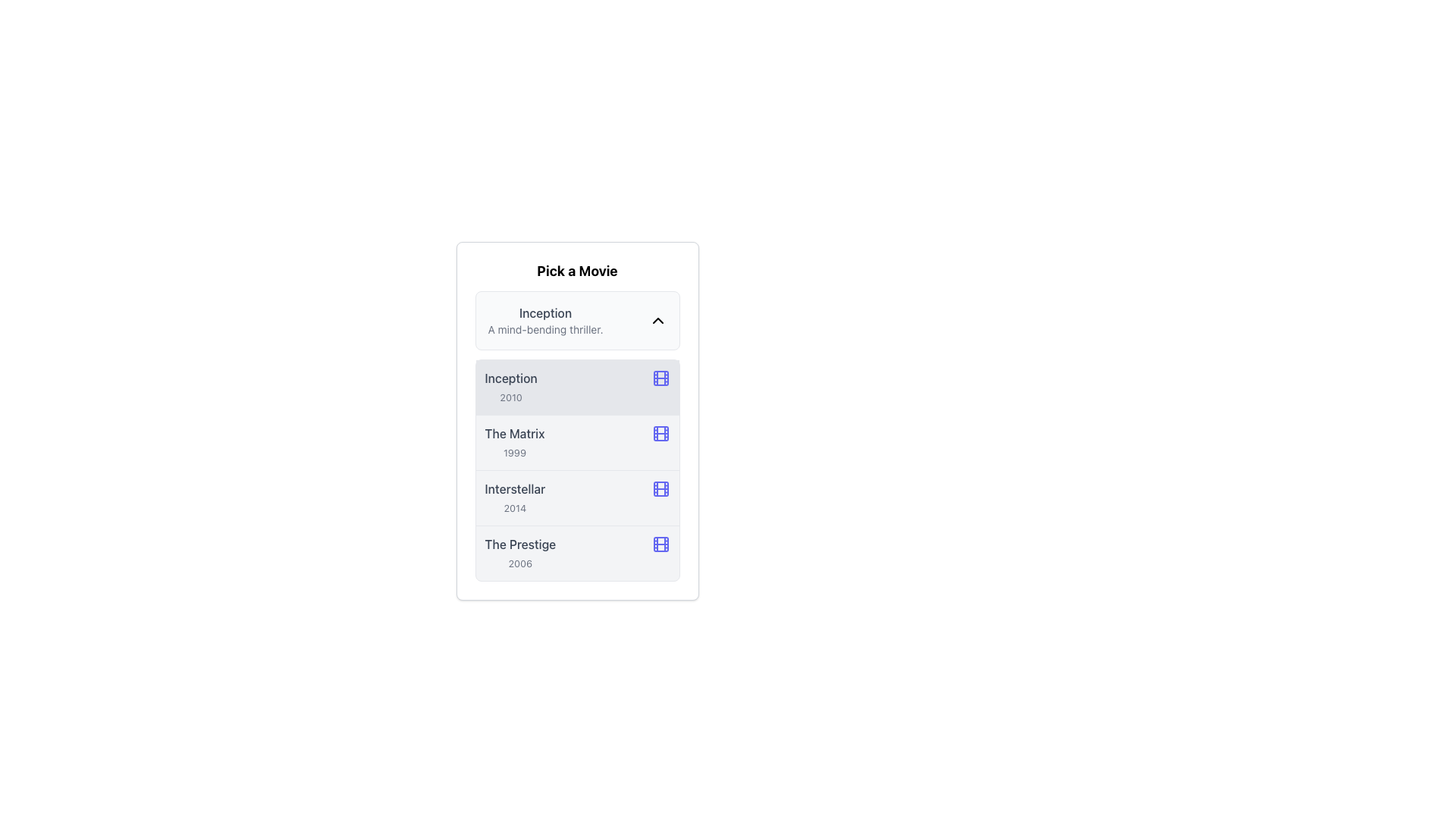 The image size is (1456, 819). Describe the element at coordinates (514, 433) in the screenshot. I see `the Static Text element that reads 'The Matrix', which is styled in gray and located below 'Inception' and above '1999'` at that location.